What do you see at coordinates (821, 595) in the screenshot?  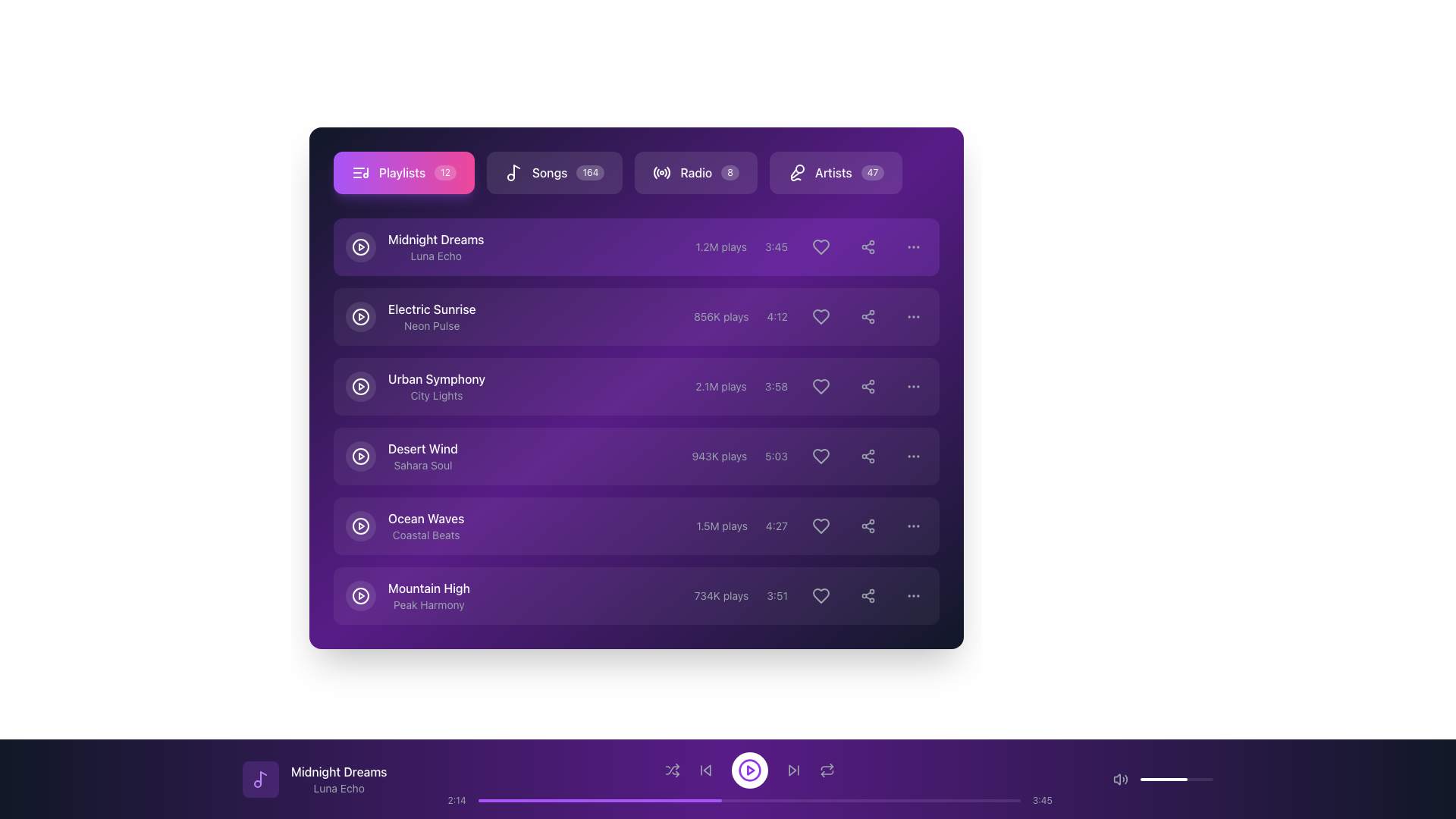 I see `the heart icon button to favorite the song 'Mountain High' by 'Peak Harmony'` at bounding box center [821, 595].